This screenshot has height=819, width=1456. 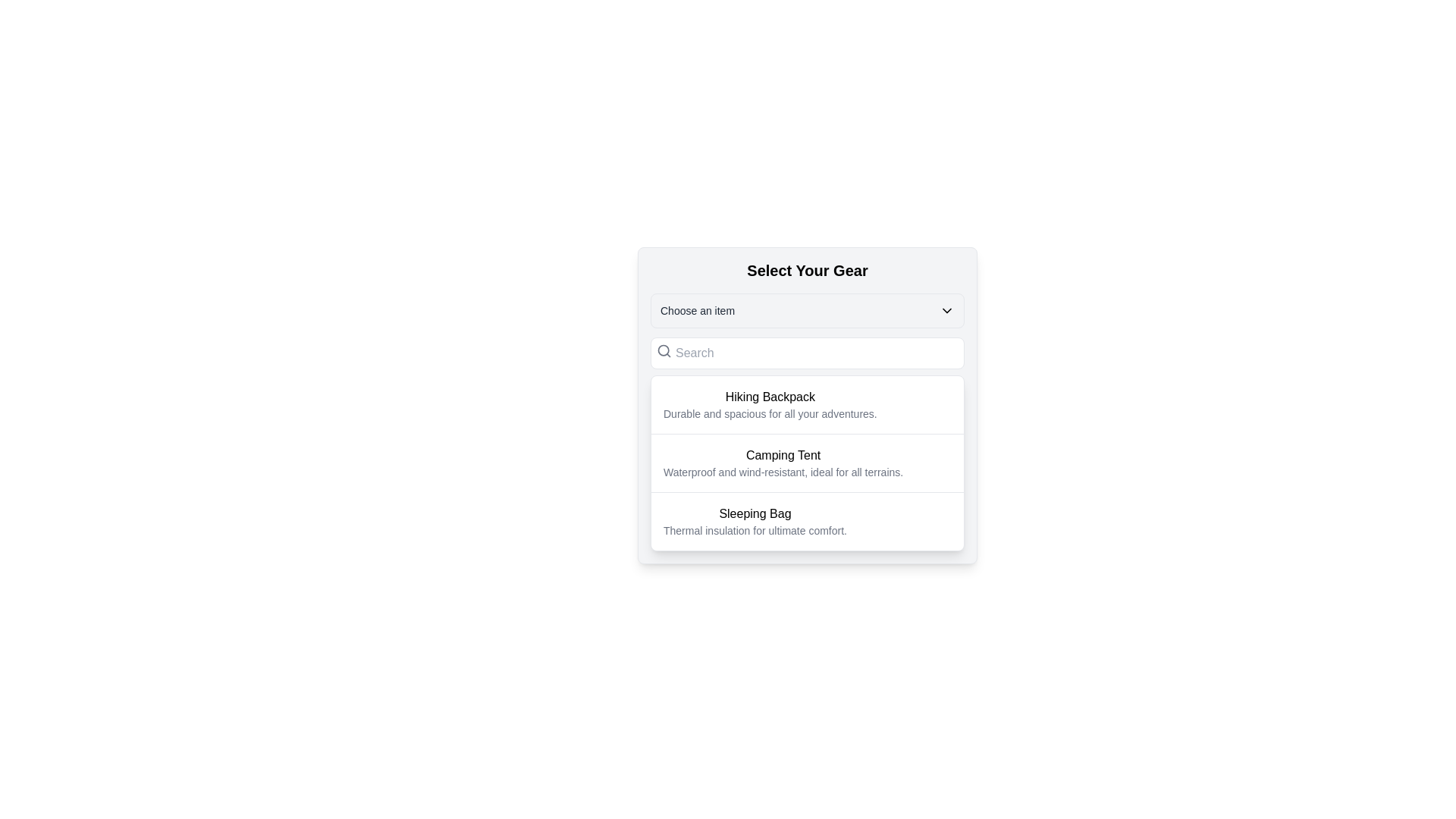 What do you see at coordinates (946, 309) in the screenshot?
I see `the downward-pointing black chevron indicator icon located on the right side of the 'Choose an item' dropdown menu` at bounding box center [946, 309].